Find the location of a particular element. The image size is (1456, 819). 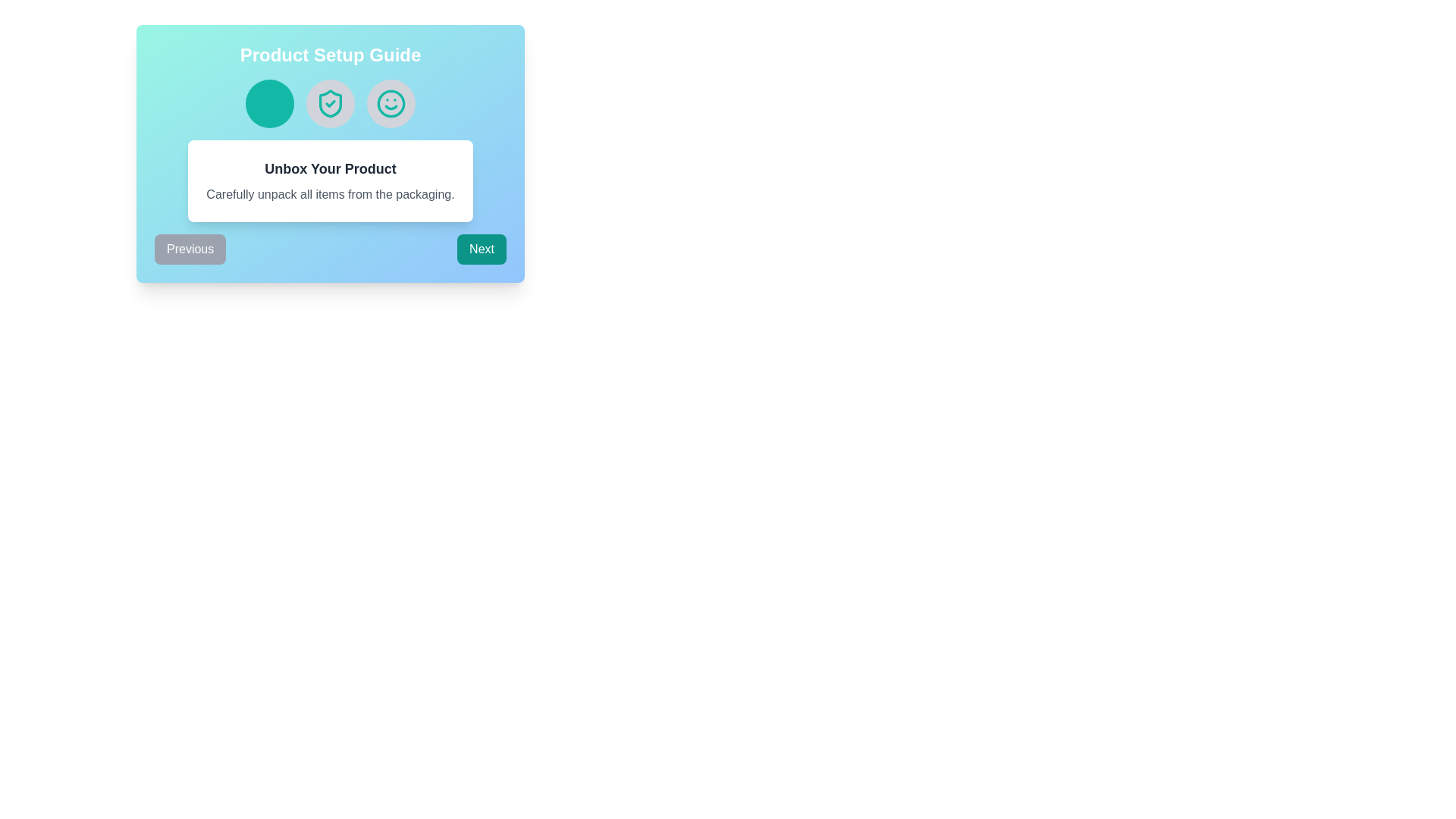

the shield icon with a checkmark, which is the middle icon in a horizontal grouping of three circular icons, to interact with it is located at coordinates (330, 103).